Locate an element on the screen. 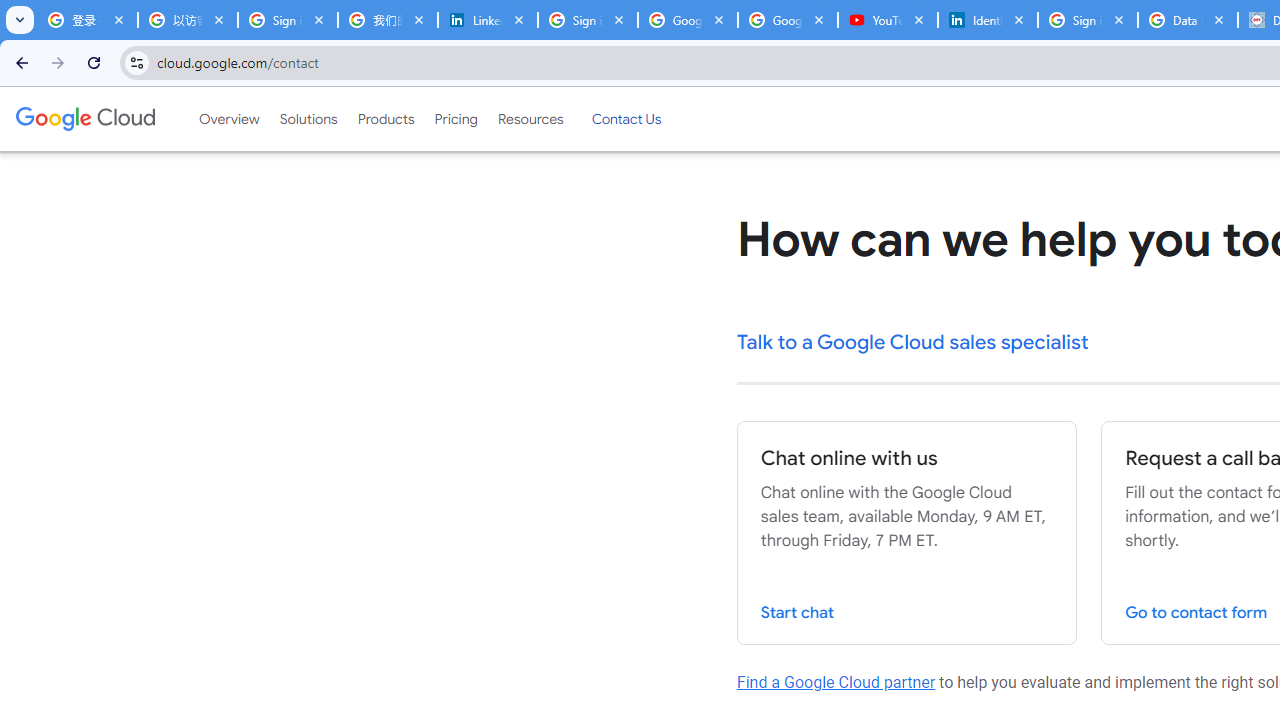 The height and width of the screenshot is (720, 1280). 'Resources' is located at coordinates (530, 119).